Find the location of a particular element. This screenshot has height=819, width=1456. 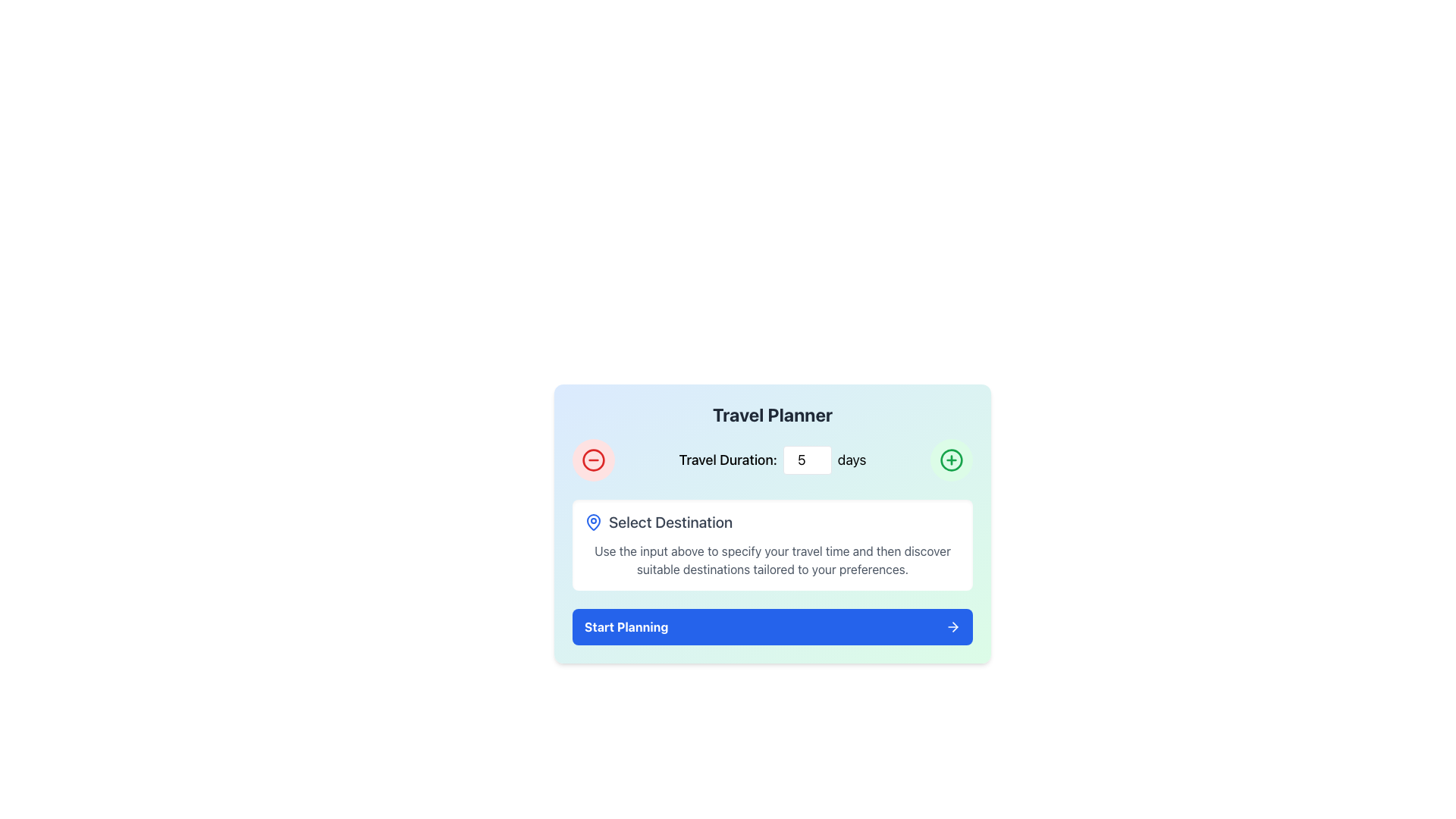

the increment button located in the top-right corner of the 'Travel Duration' section to increase the value in the associated input field is located at coordinates (950, 459).